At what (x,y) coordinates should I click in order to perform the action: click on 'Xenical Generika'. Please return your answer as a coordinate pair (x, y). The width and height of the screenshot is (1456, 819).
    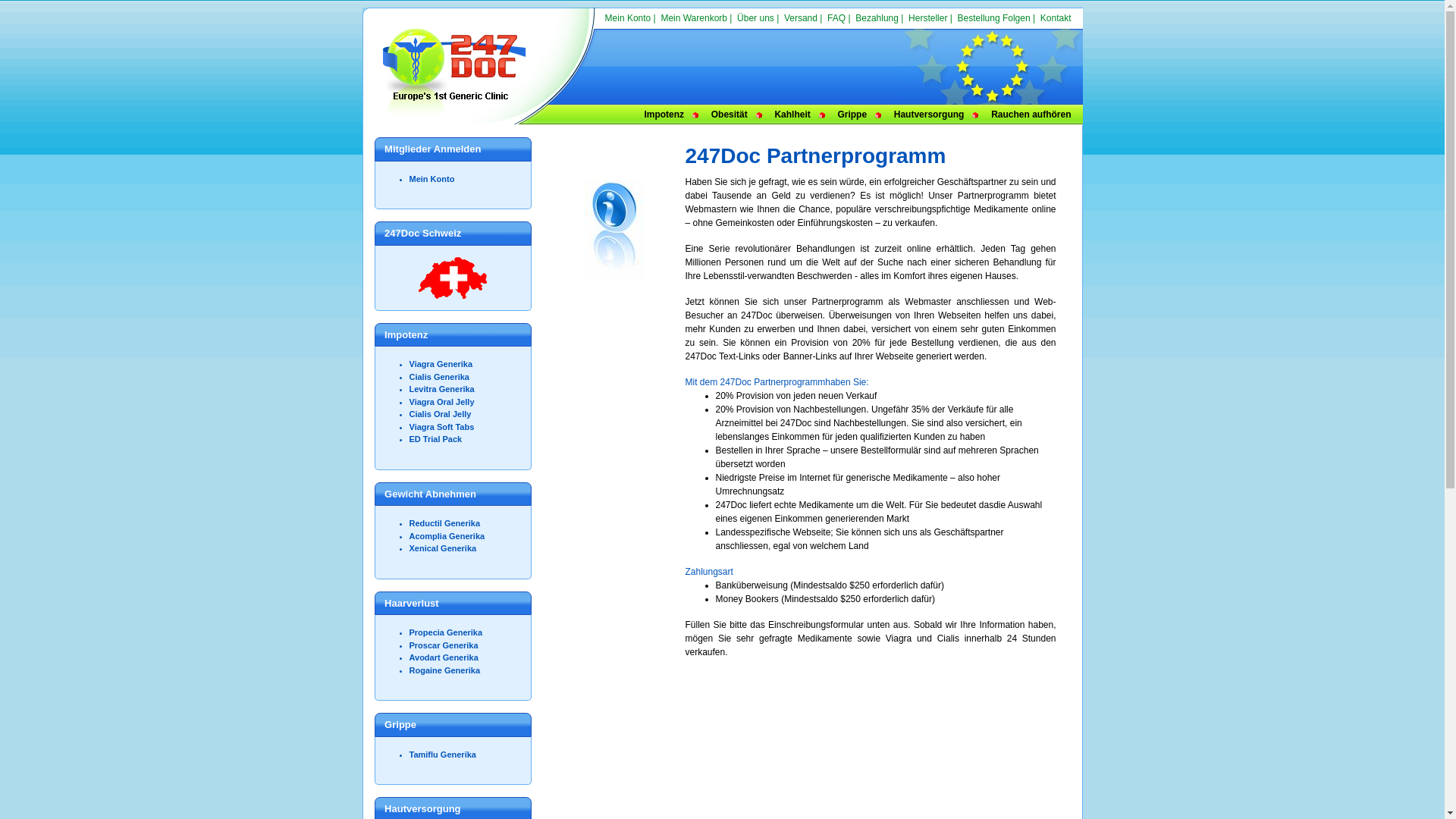
    Looking at the image, I should click on (442, 548).